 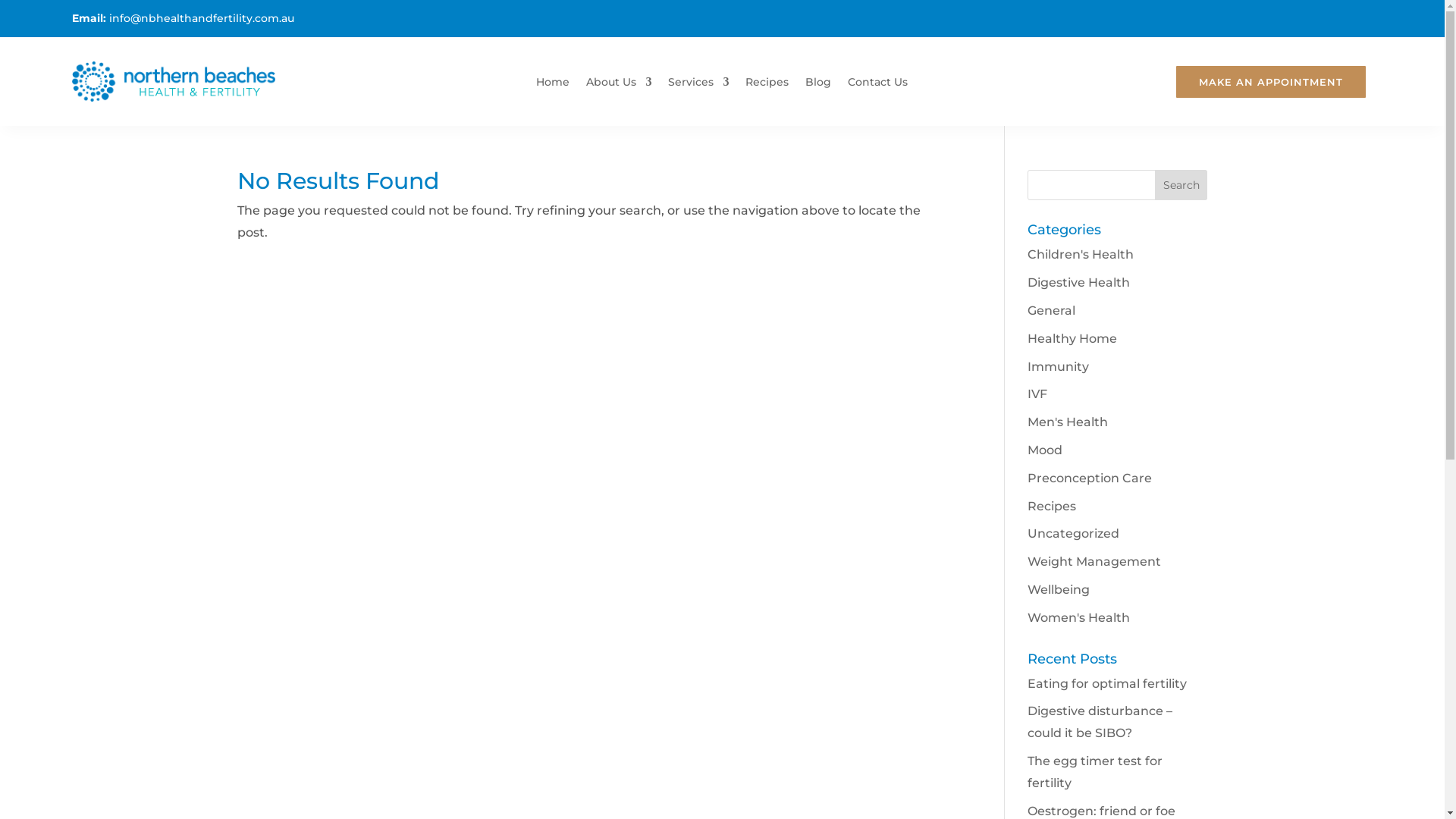 What do you see at coordinates (1095, 772) in the screenshot?
I see `'The egg timer test for fertility'` at bounding box center [1095, 772].